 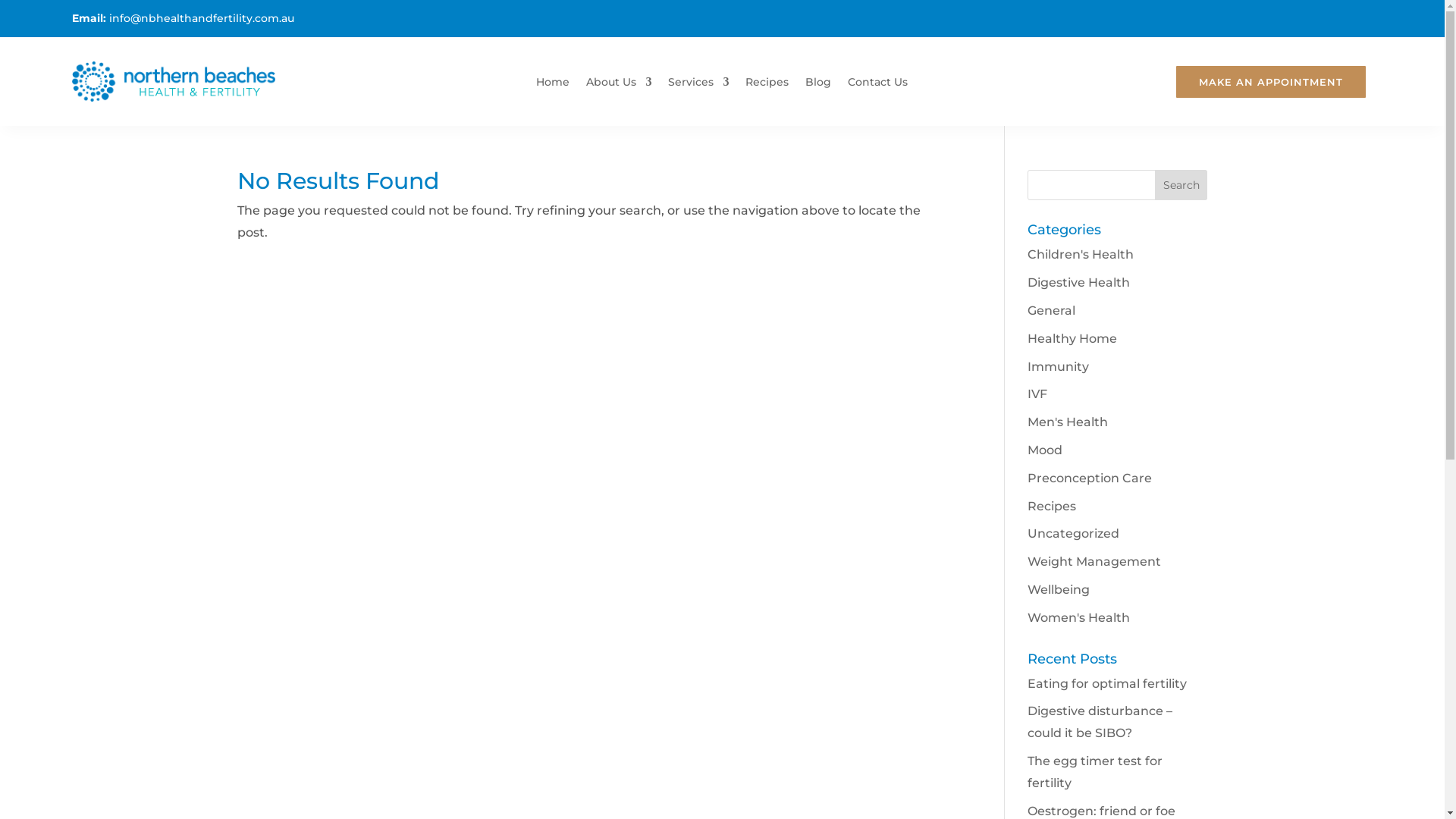 What do you see at coordinates (1095, 772) in the screenshot?
I see `'The egg timer test for fertility'` at bounding box center [1095, 772].